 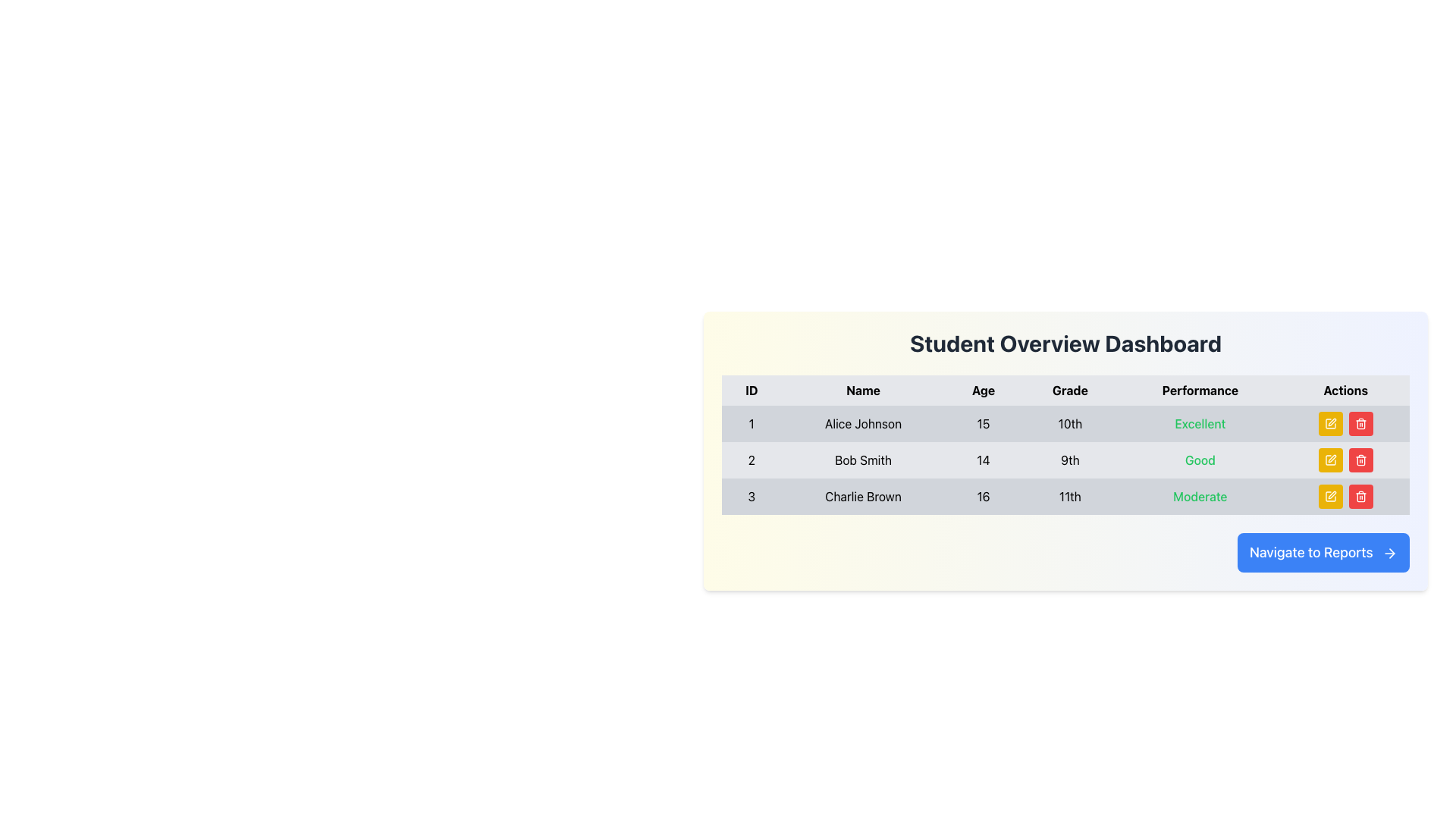 What do you see at coordinates (1329, 459) in the screenshot?
I see `the edit icon (a pencil inside a square) located in the 'Actions' column of the second row for the student 'Bob Smith'` at bounding box center [1329, 459].